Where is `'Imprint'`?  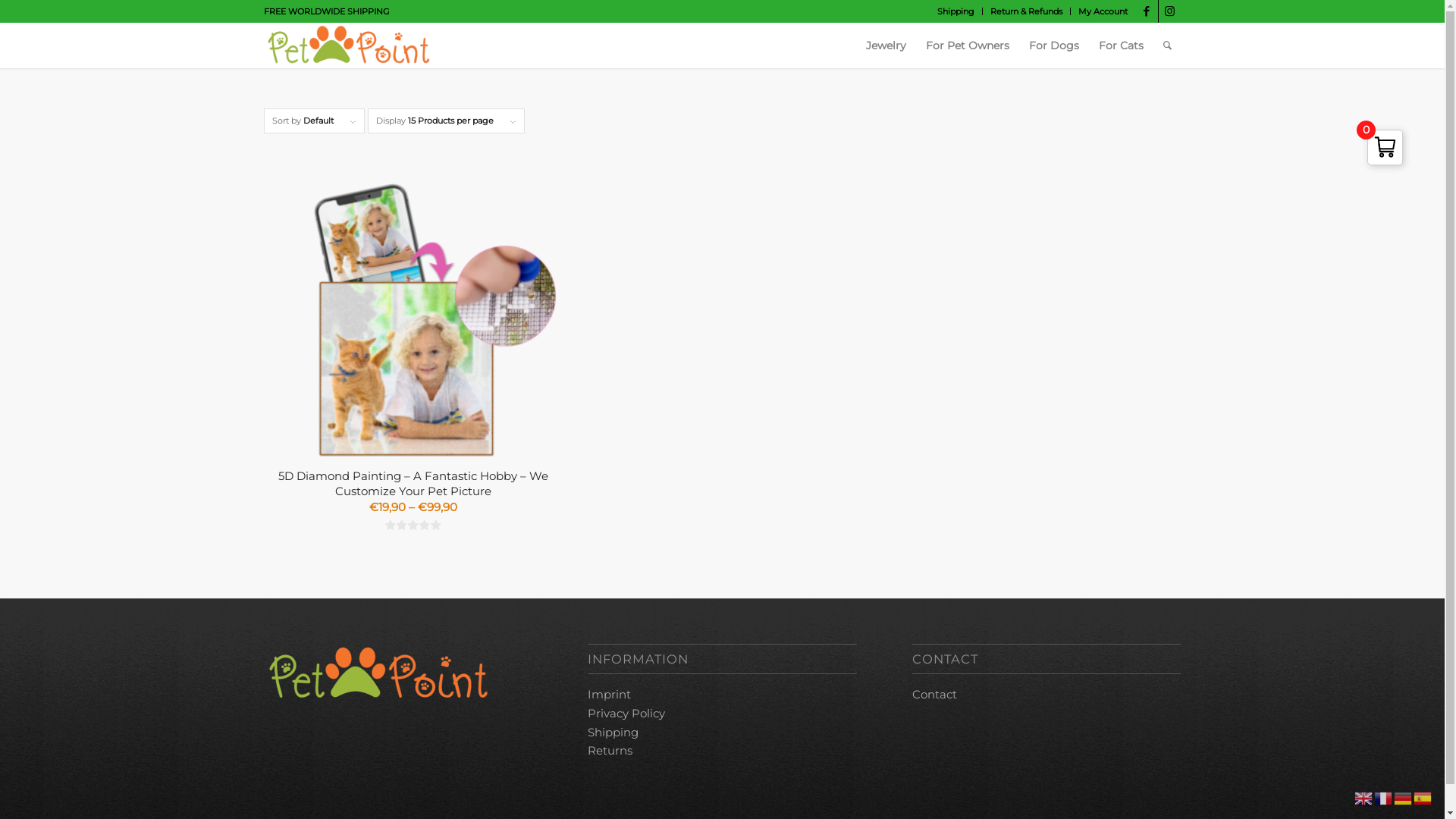 'Imprint' is located at coordinates (609, 694).